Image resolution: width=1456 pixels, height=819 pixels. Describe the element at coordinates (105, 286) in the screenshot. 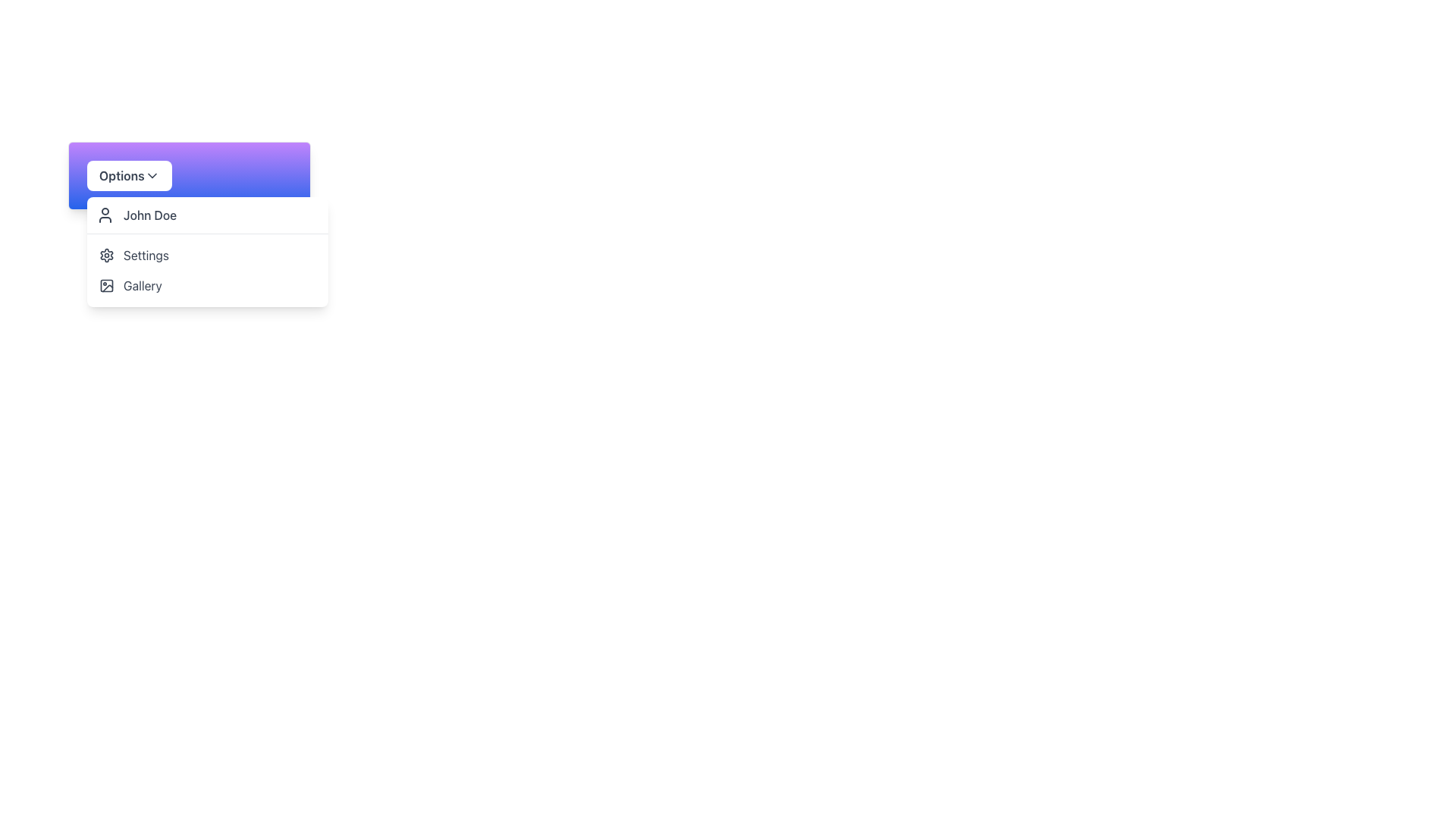

I see `the gallery icon located to the left of the 'Gallery' text in the dropdown menu to interact with the gallery option` at that location.